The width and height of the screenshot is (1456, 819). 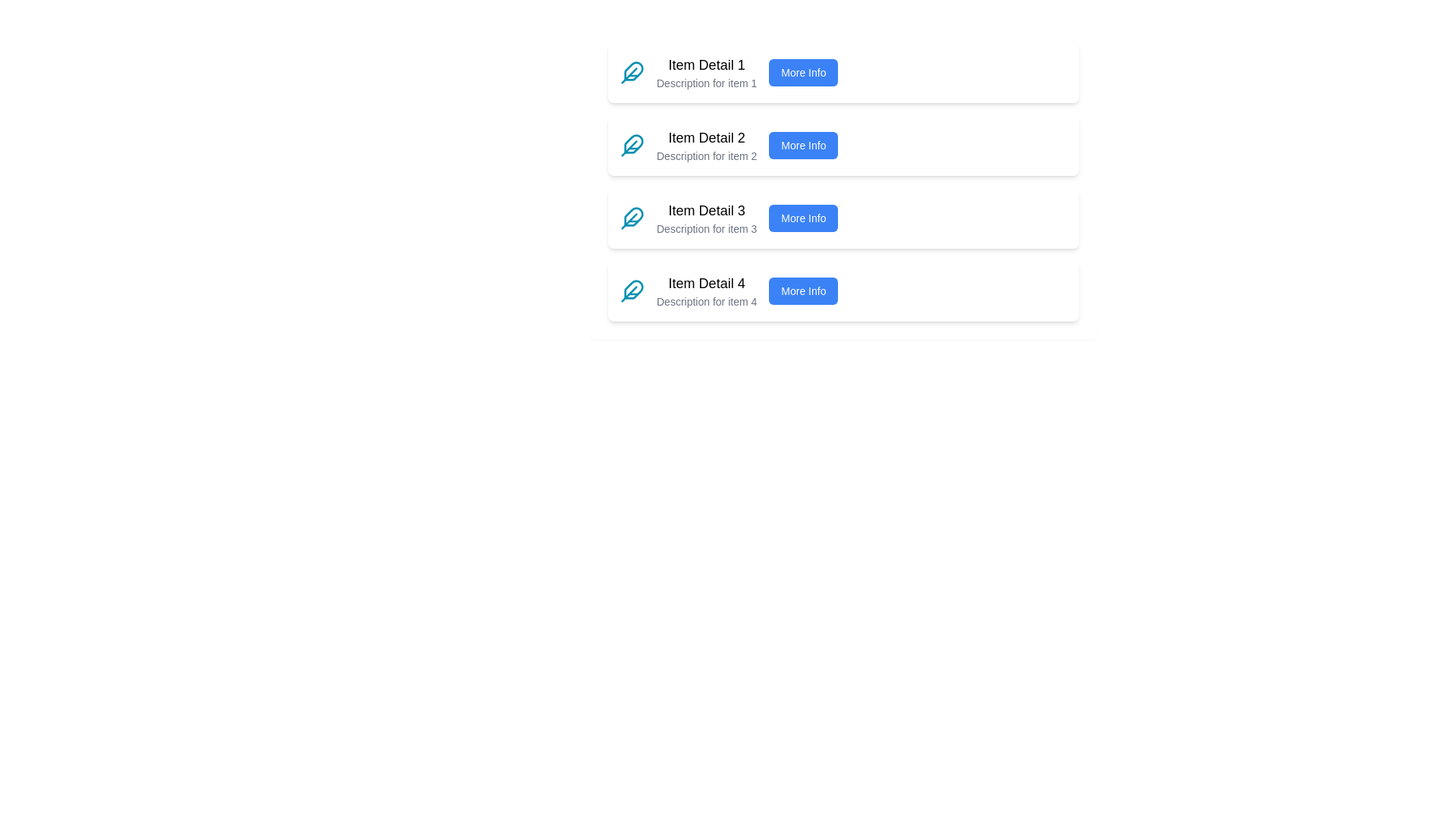 I want to click on the Text Block with the bold text 'Item Detail 2' and the light gray text 'Description for item 2', which is the second item in a vertical list, so click(x=706, y=146).